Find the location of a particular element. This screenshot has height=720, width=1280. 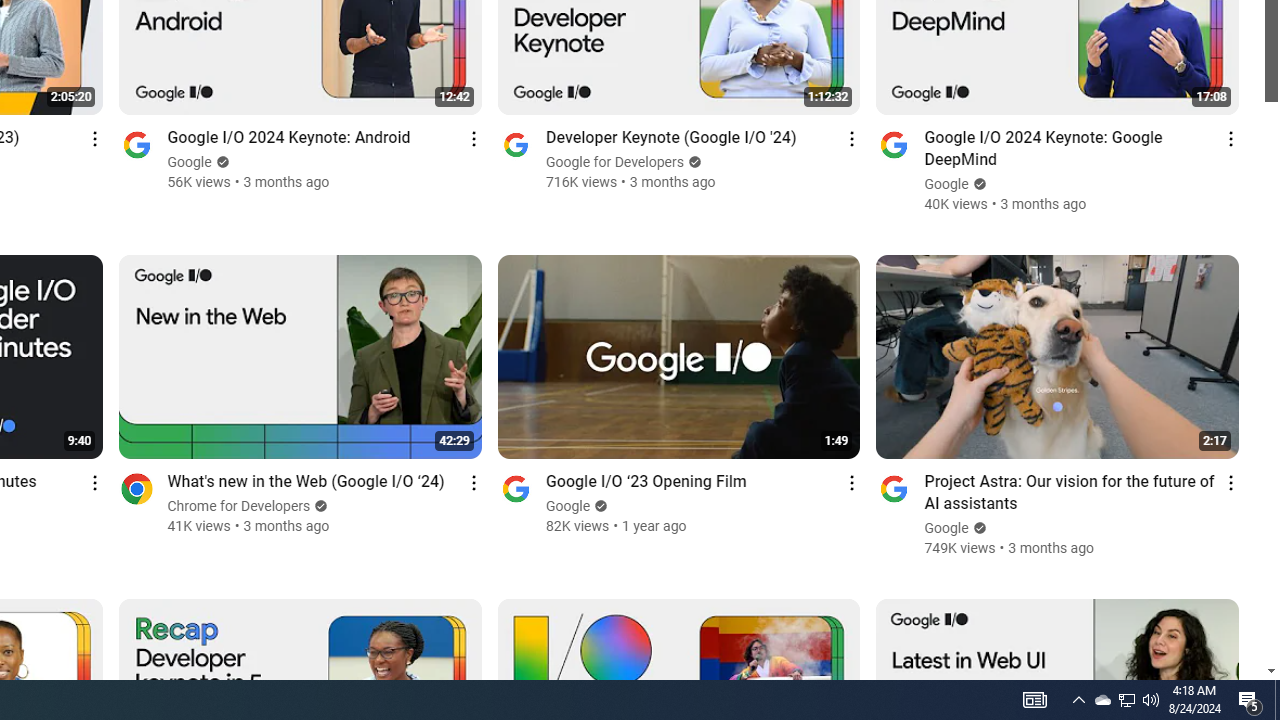

'Google' is located at coordinates (946, 527).